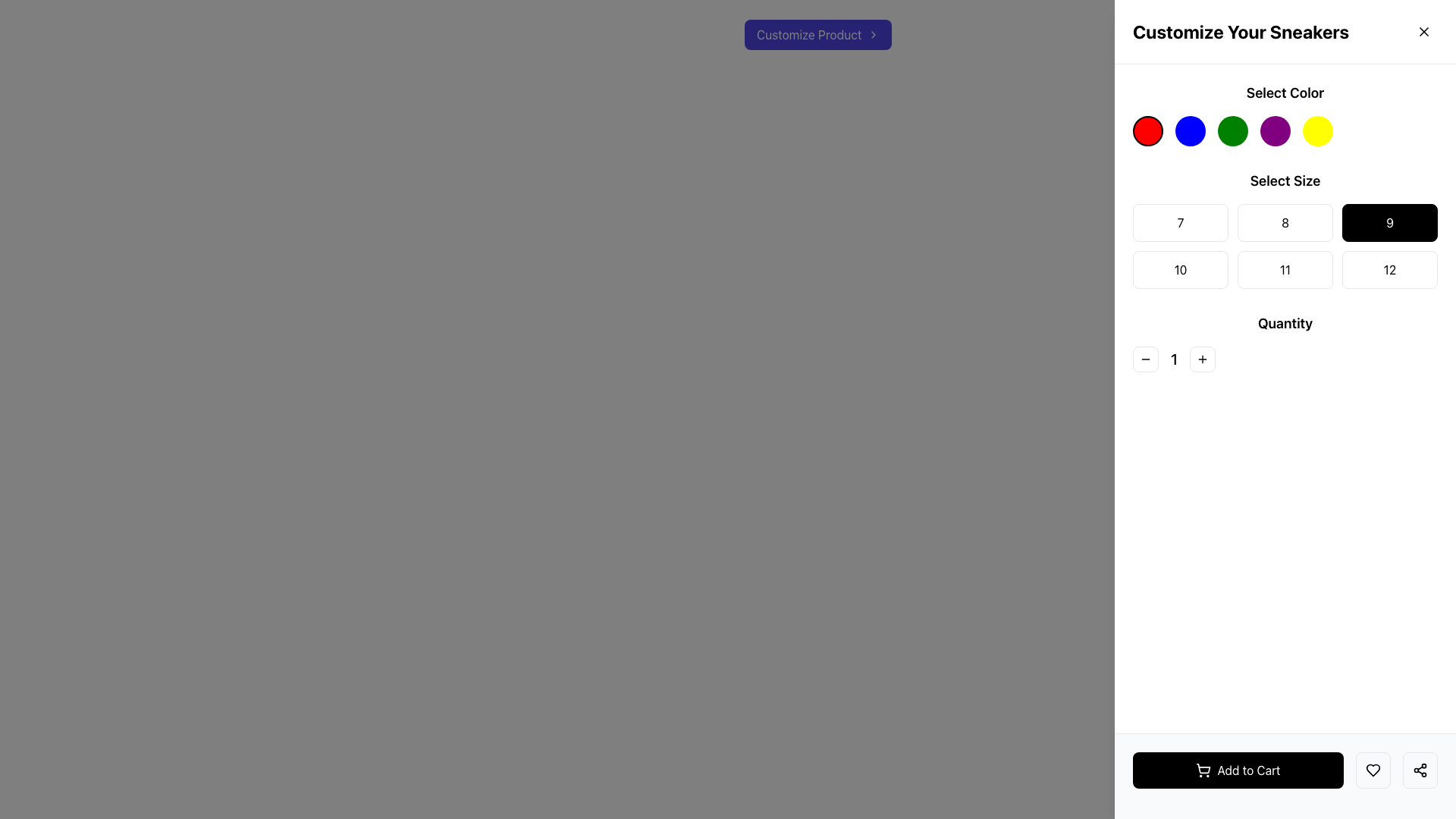 This screenshot has height=819, width=1456. I want to click on the bold, black numeral '1' in the 'Quantity' section, which is centrally positioned between the minus and plus buttons, so click(1173, 359).